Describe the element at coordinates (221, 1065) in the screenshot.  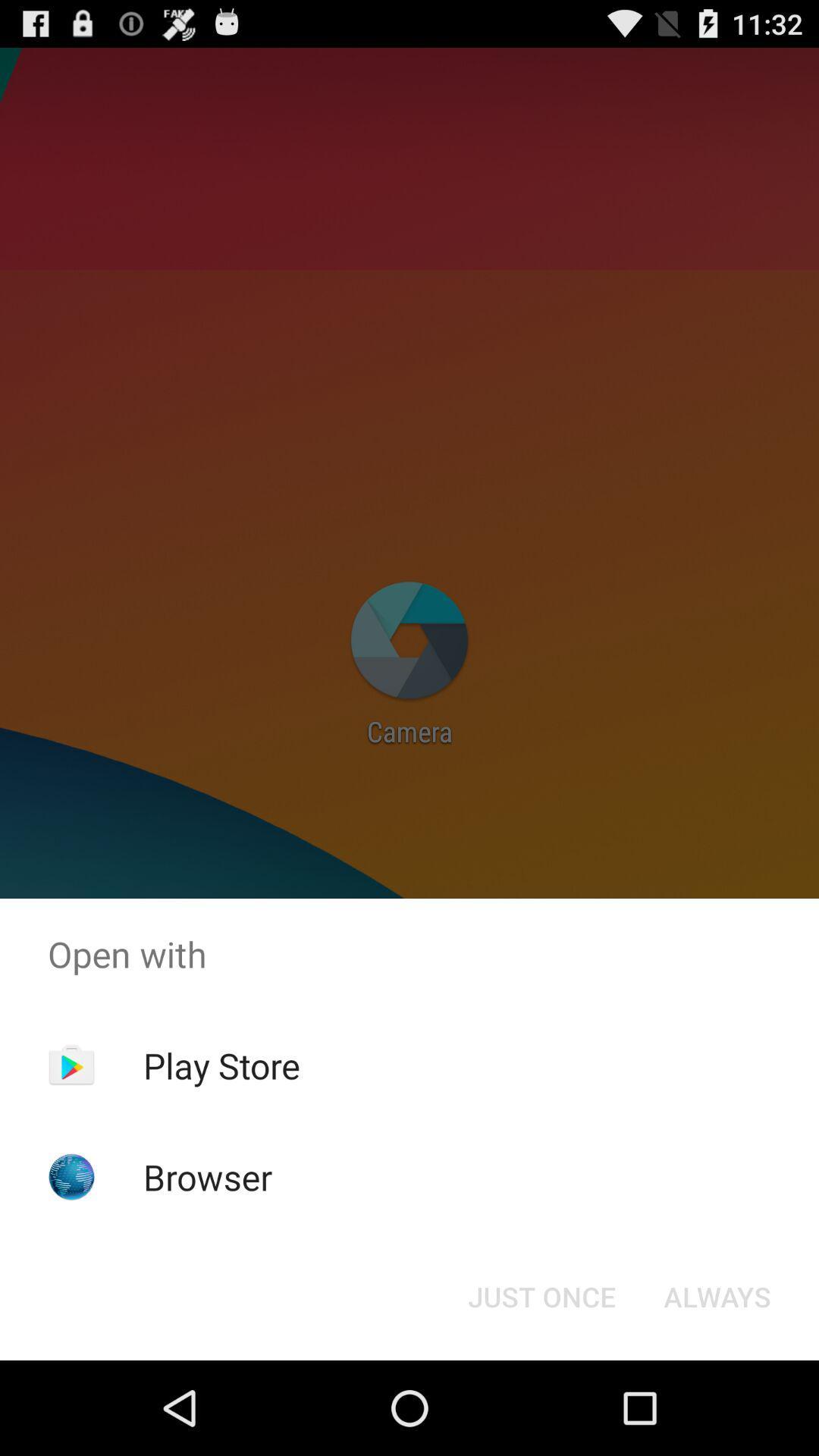
I see `the play store app` at that location.